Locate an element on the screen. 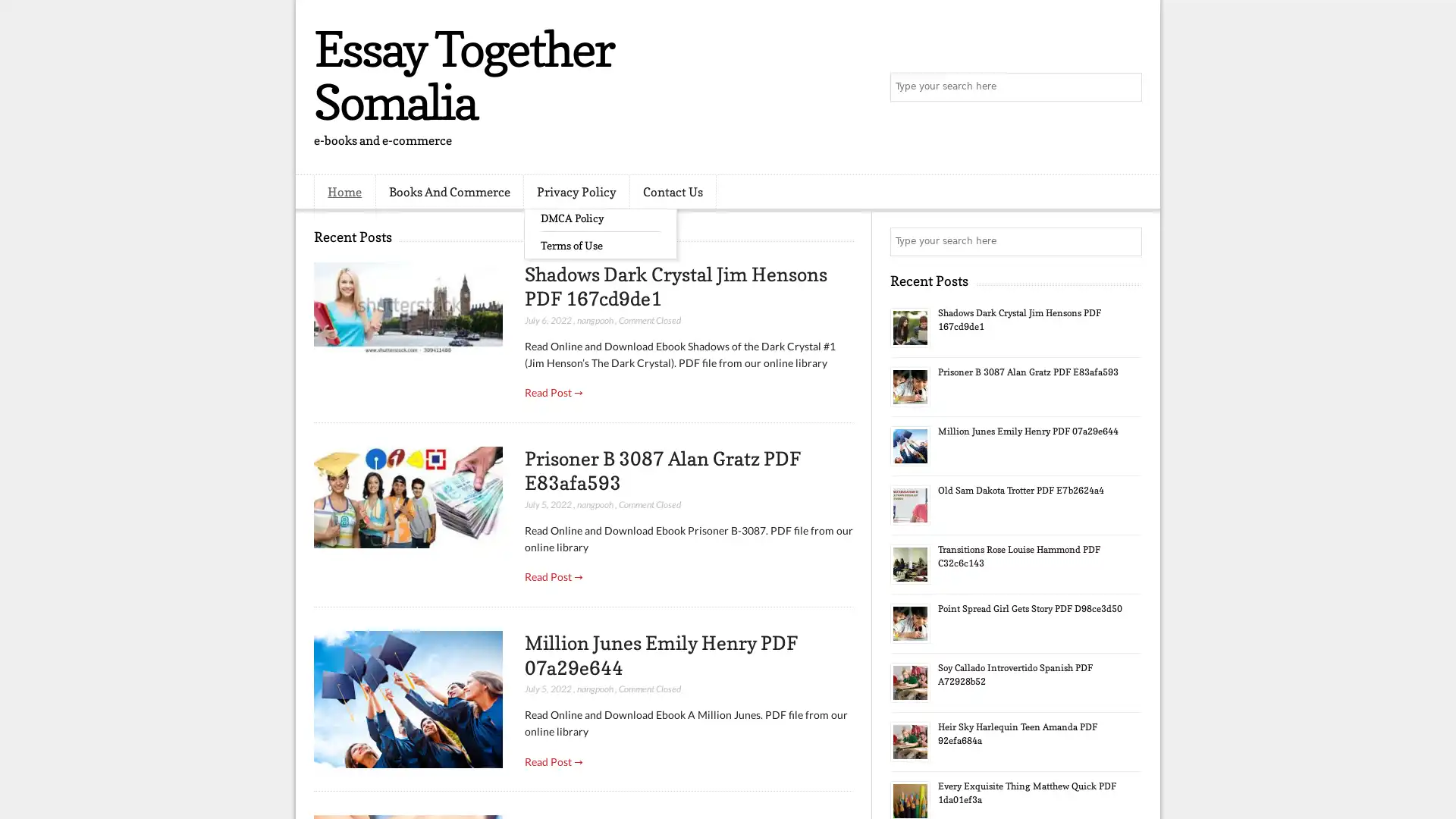  Search is located at coordinates (1126, 87).